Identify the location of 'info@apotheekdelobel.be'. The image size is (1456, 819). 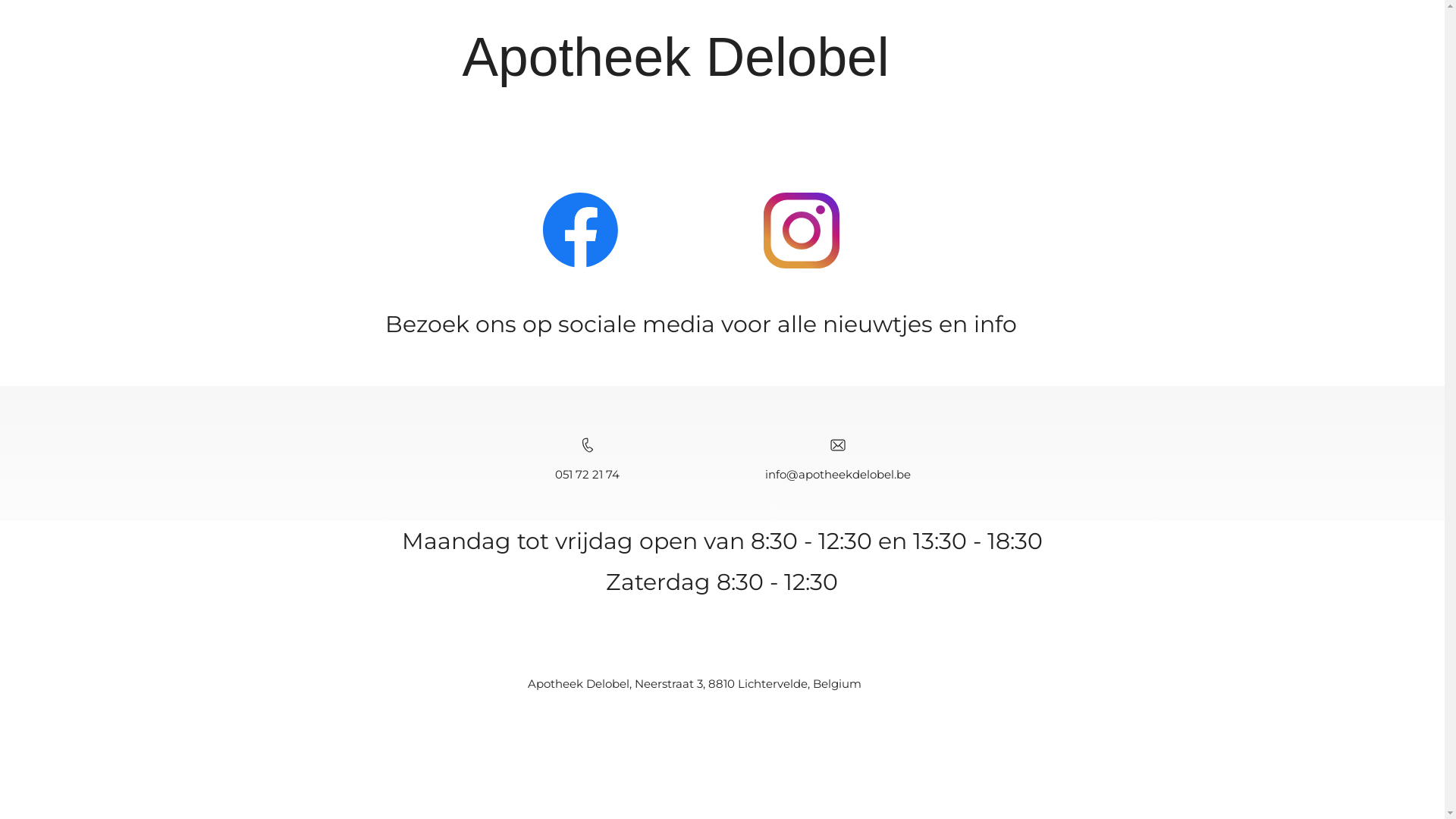
(836, 473).